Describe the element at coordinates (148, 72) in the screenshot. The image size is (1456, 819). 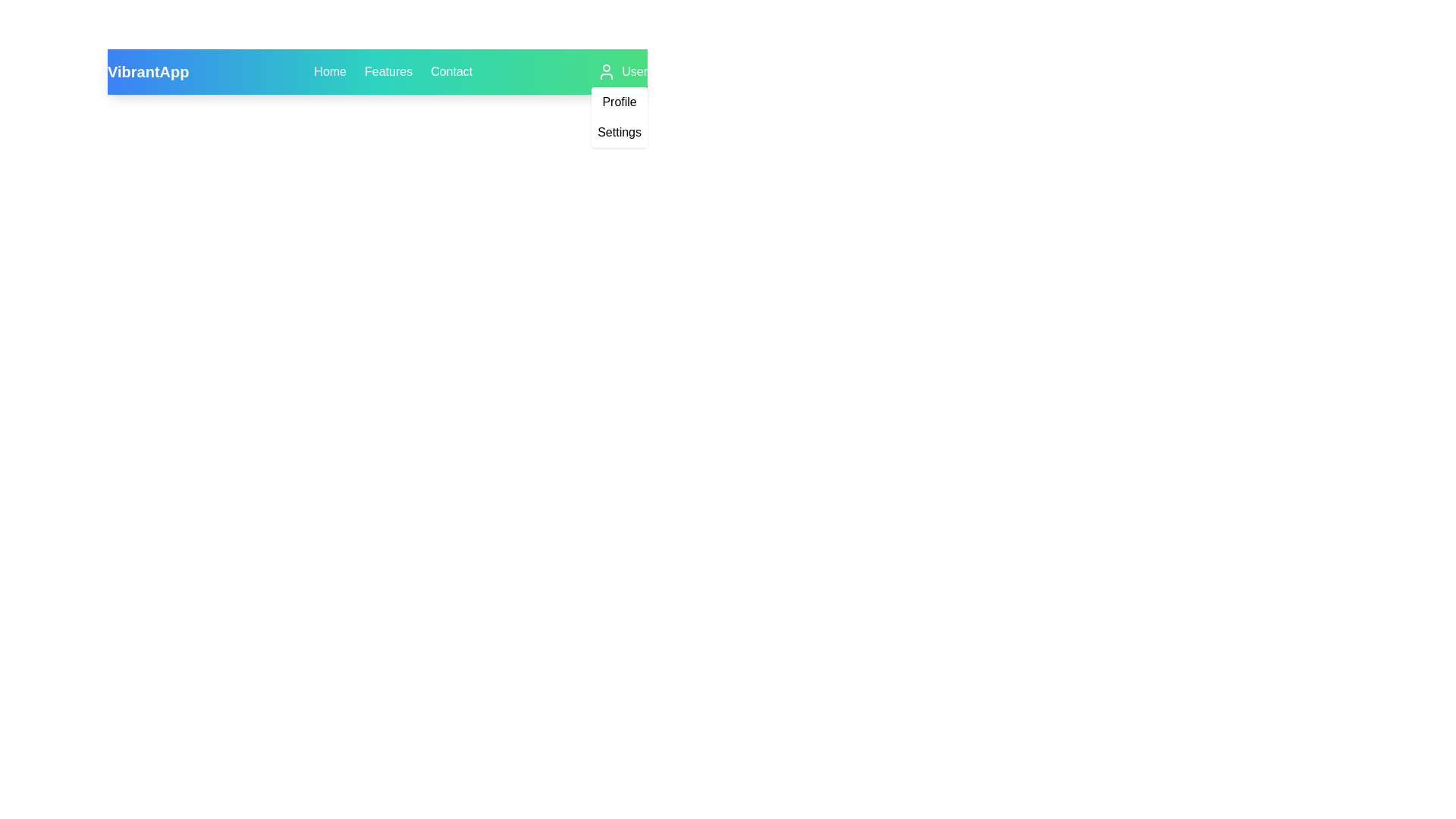
I see `the 'VibrantApp' logo text to simulate navigation` at that location.